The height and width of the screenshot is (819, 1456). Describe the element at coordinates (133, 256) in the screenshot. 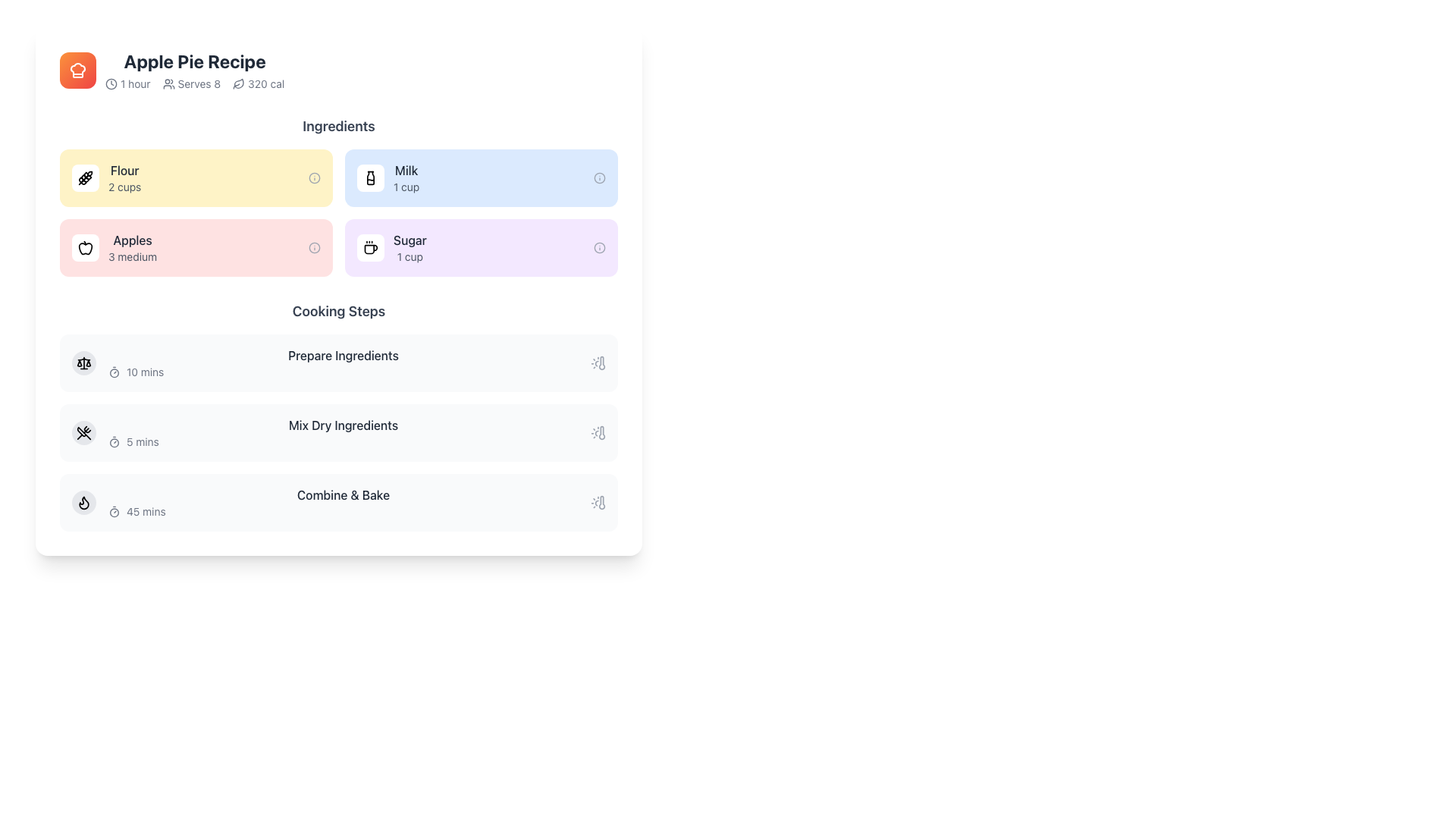

I see `the text label '3 medium' displayed in a small-sized font inside the pinkish box labeled 'Apples', which is located in the section titled 'Ingredients'` at that location.